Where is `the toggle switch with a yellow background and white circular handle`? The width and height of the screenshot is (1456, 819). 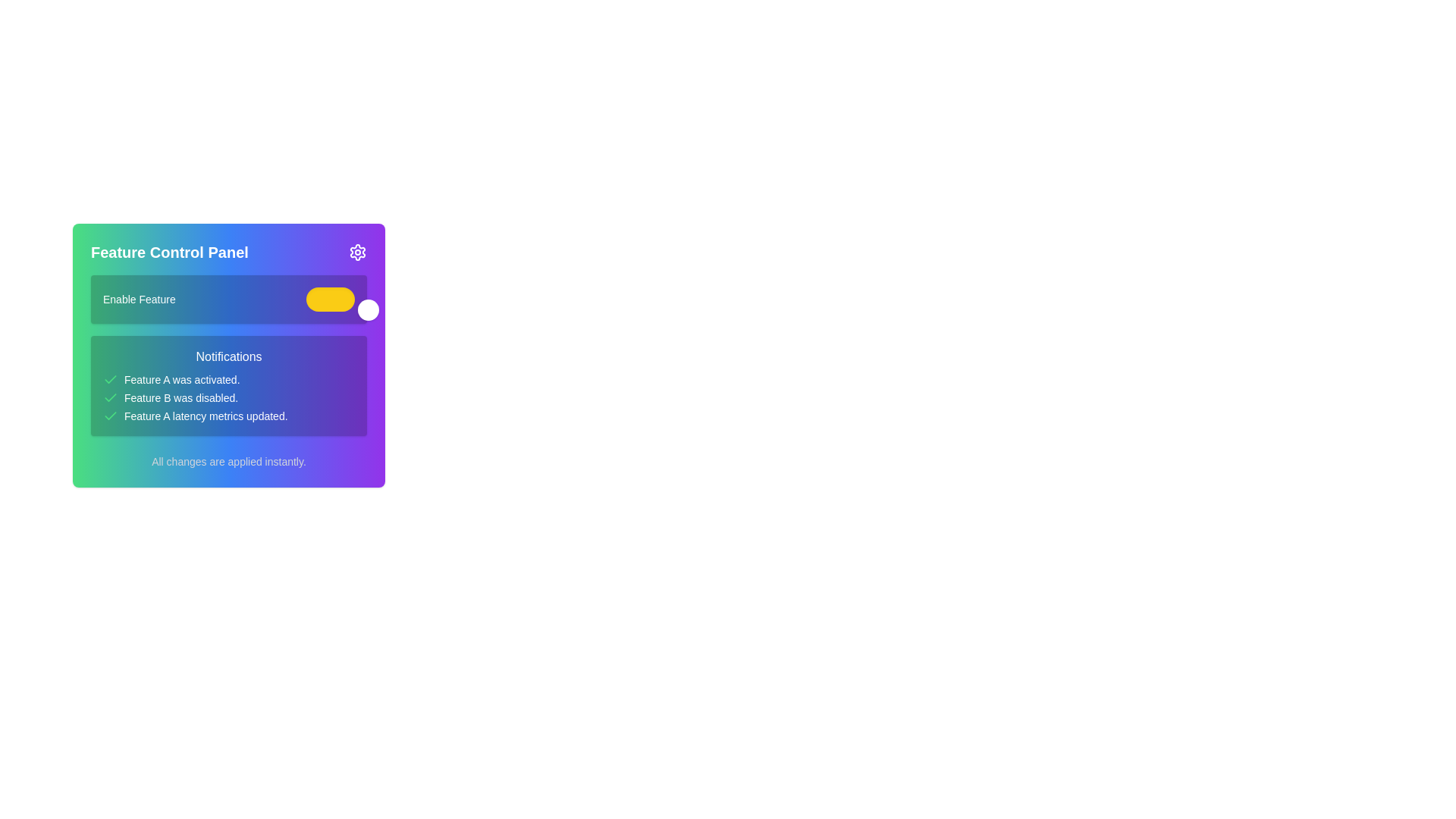 the toggle switch with a yellow background and white circular handle is located at coordinates (330, 299).